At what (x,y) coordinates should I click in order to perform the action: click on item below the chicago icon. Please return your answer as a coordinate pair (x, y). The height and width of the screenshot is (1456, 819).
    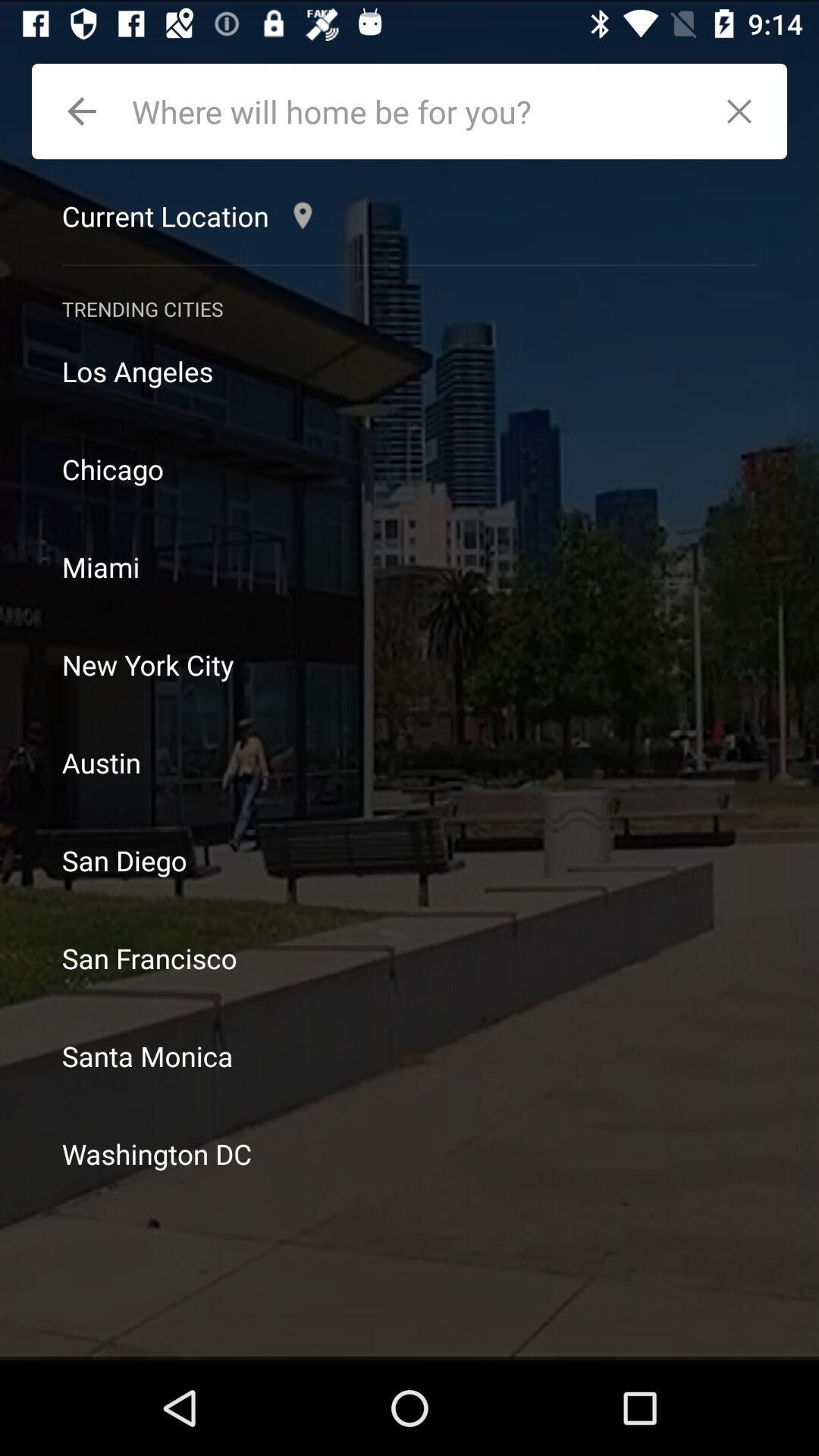
    Looking at the image, I should click on (409, 566).